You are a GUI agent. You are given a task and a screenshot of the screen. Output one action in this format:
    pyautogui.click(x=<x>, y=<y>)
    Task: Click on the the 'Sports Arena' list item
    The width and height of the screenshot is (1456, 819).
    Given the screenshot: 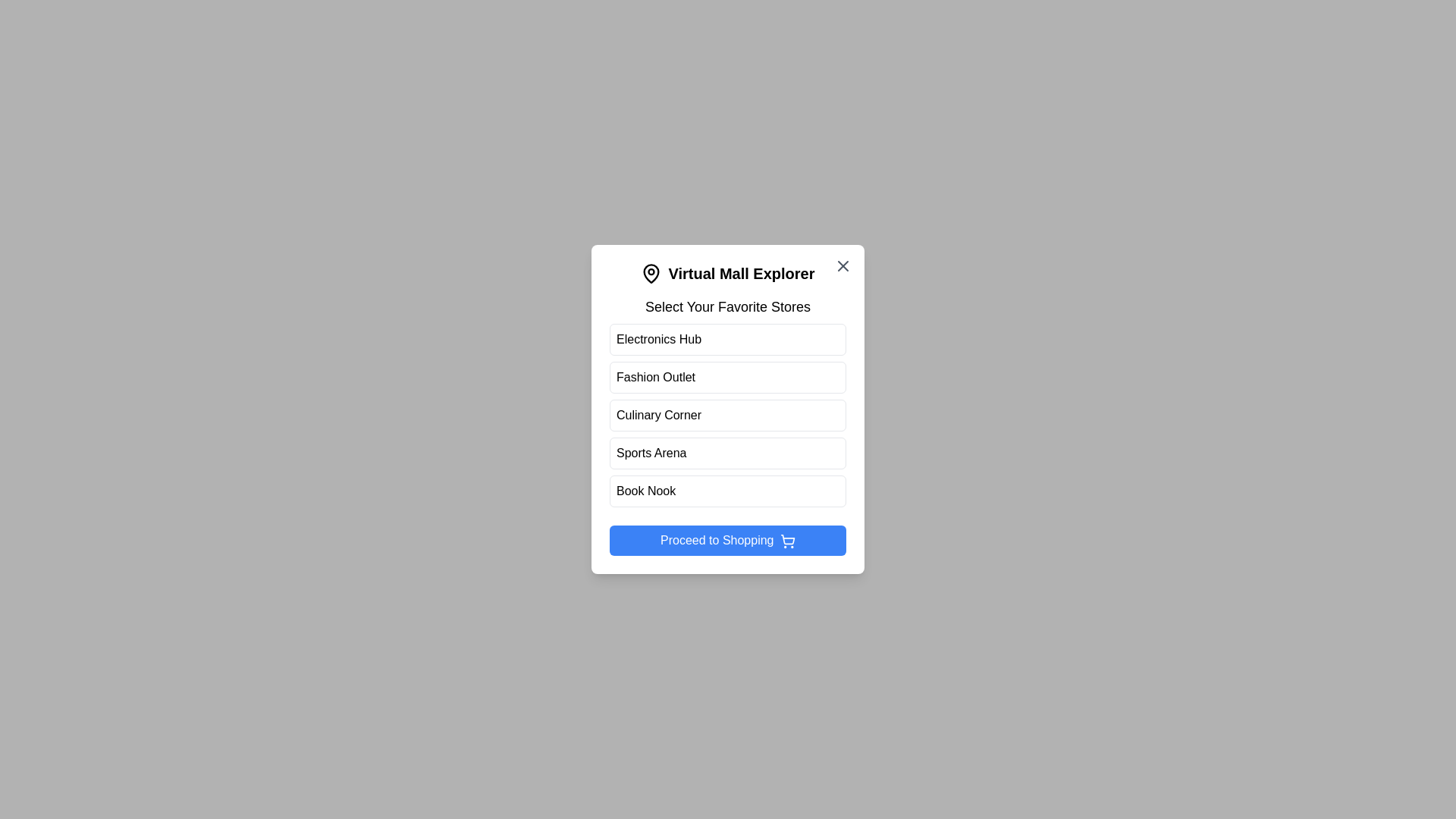 What is the action you would take?
    pyautogui.click(x=728, y=452)
    